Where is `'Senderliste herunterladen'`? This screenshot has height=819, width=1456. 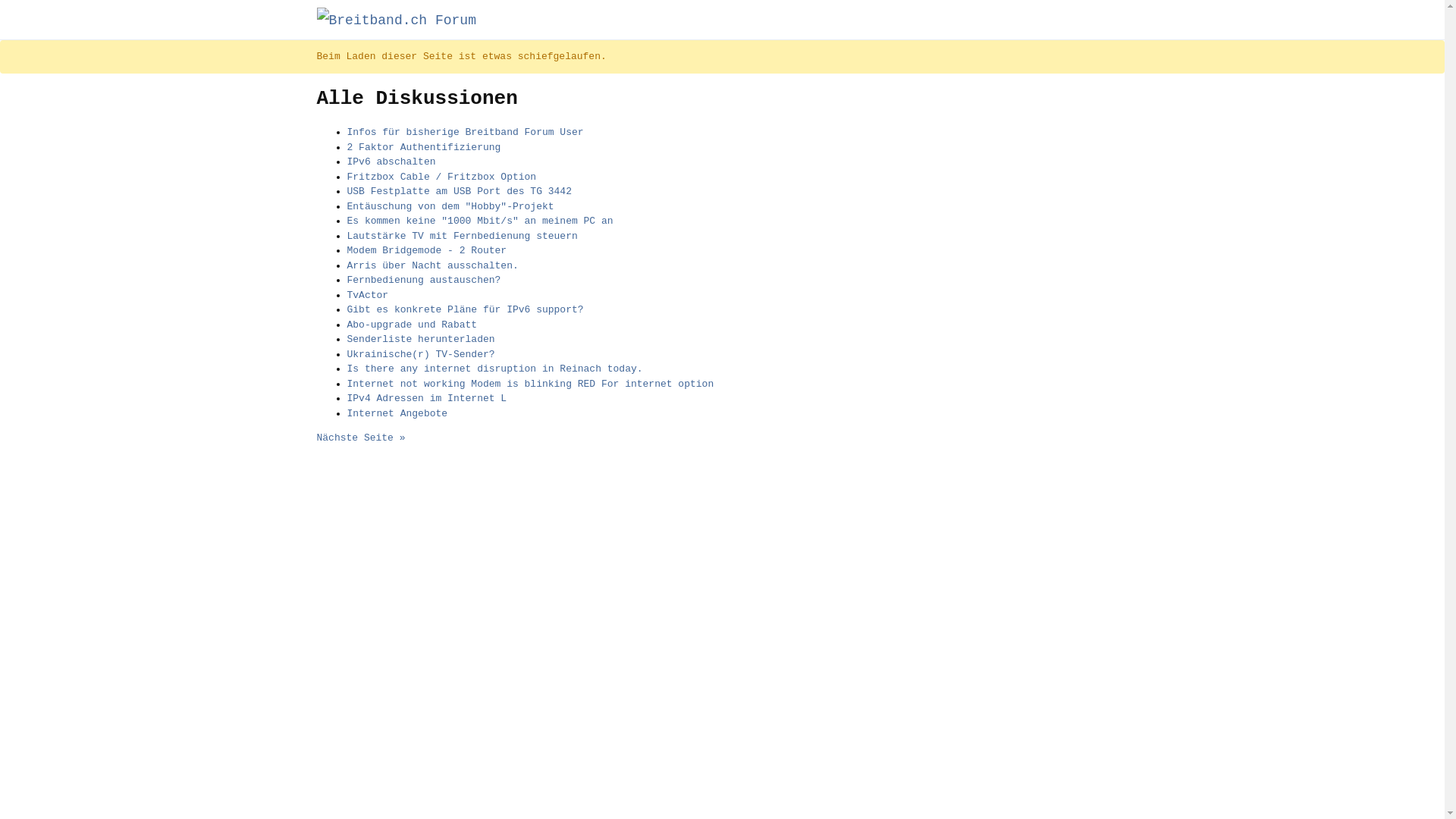
'Senderliste herunterladen' is located at coordinates (346, 338).